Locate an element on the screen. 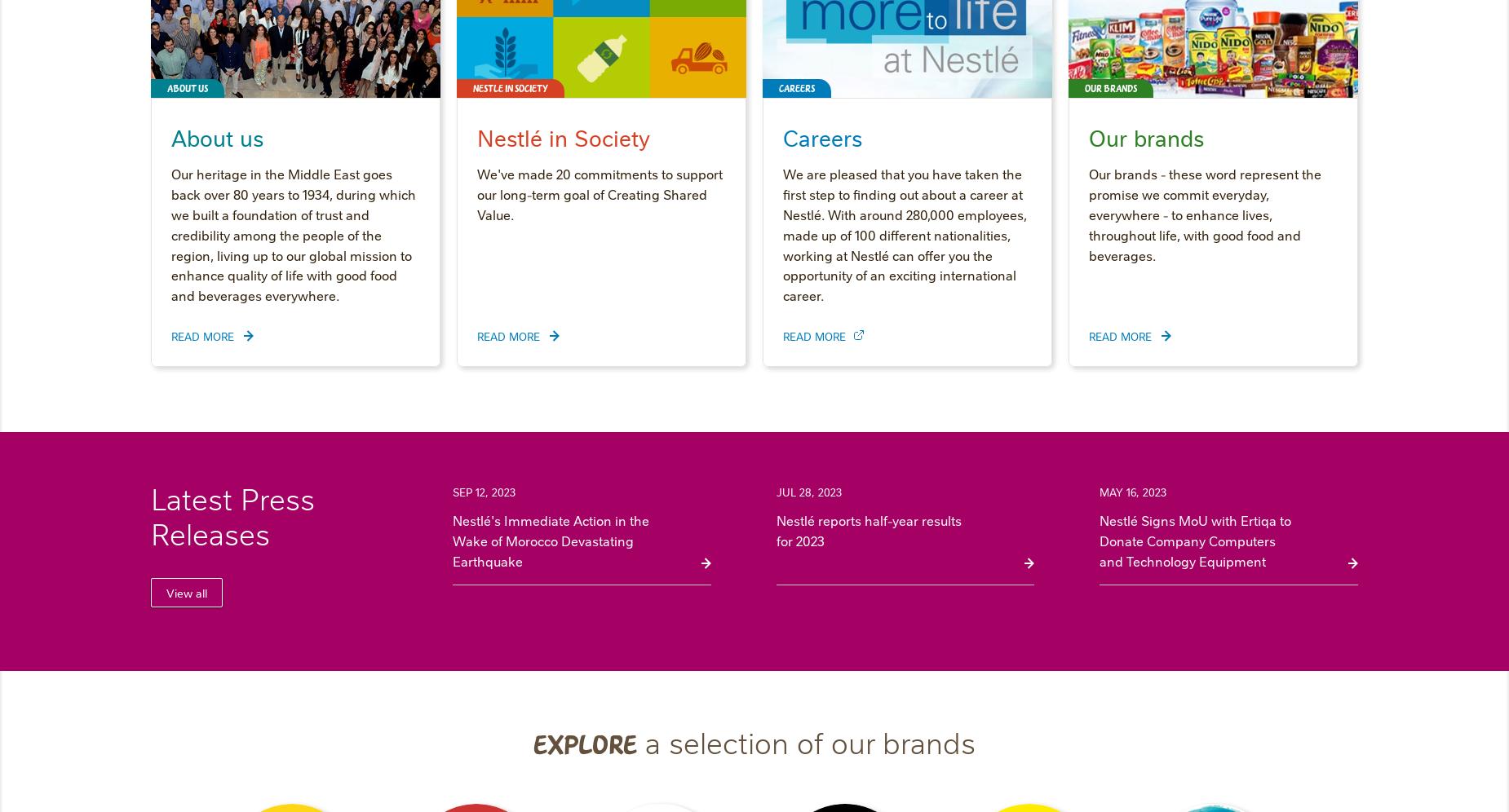 Image resolution: width=1509 pixels, height=812 pixels. 'Nestlé's Immediate Action in the Wake of Morocco Devastating Earthquake' is located at coordinates (453, 539).